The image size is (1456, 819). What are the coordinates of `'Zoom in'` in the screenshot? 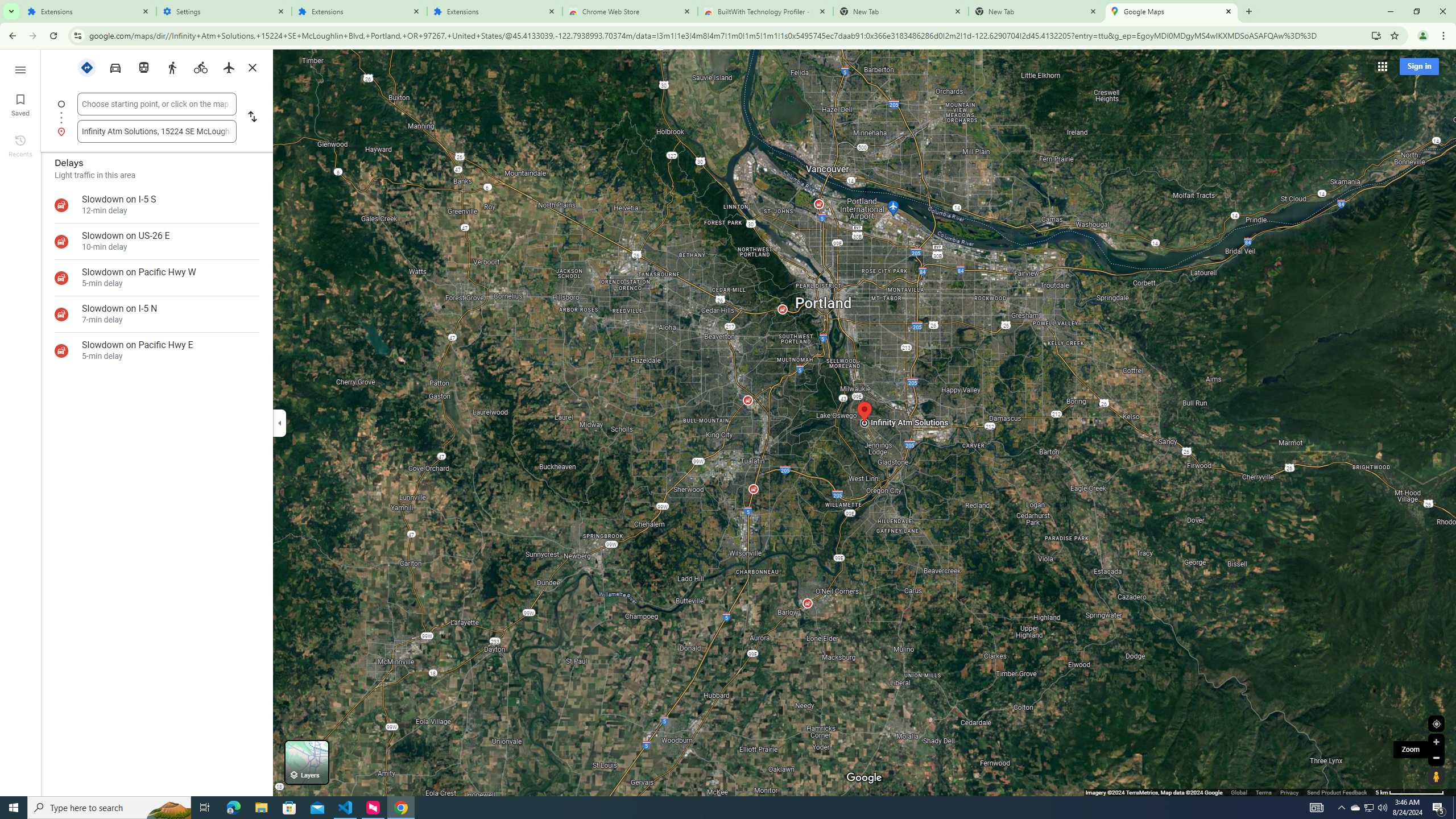 It's located at (1436, 741).